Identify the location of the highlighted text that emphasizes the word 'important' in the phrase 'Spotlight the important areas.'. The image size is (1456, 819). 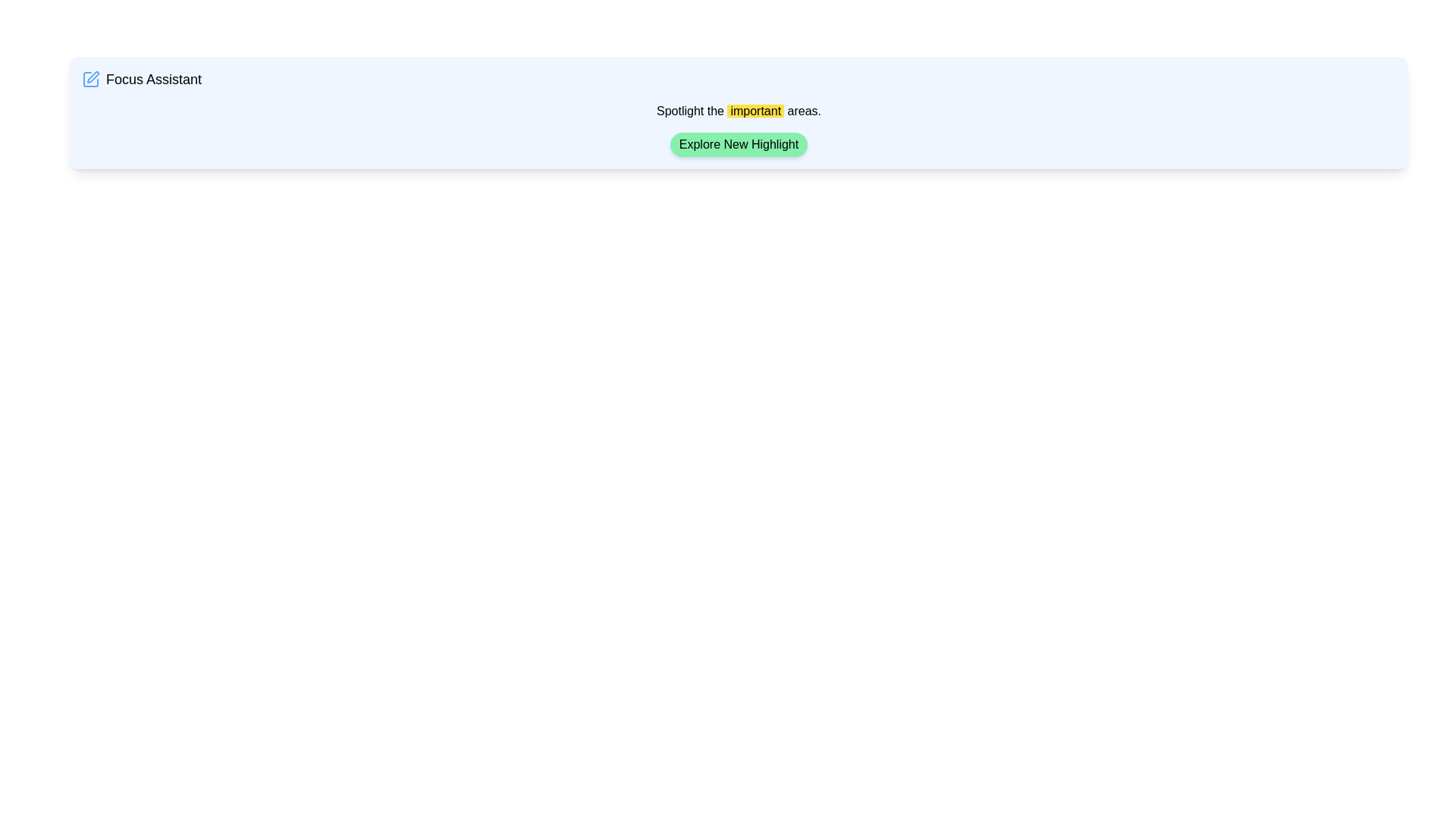
(755, 110).